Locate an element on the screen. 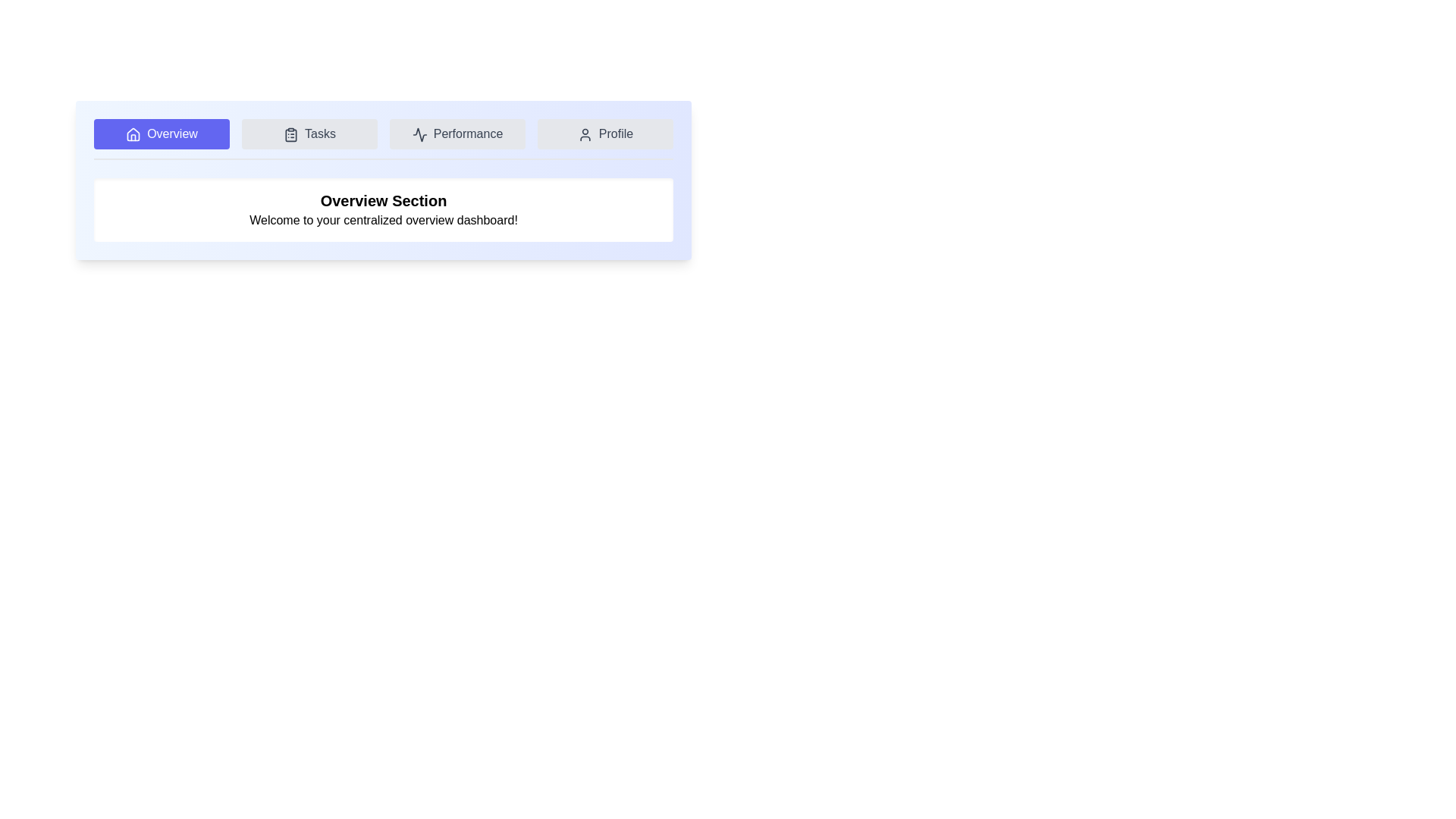 This screenshot has height=819, width=1456. the user icon located within the 'Profile' button, which is the fourth tab in the top navigation bar, characterized by a circular head and a curved line suggesting shoulders is located at coordinates (584, 133).